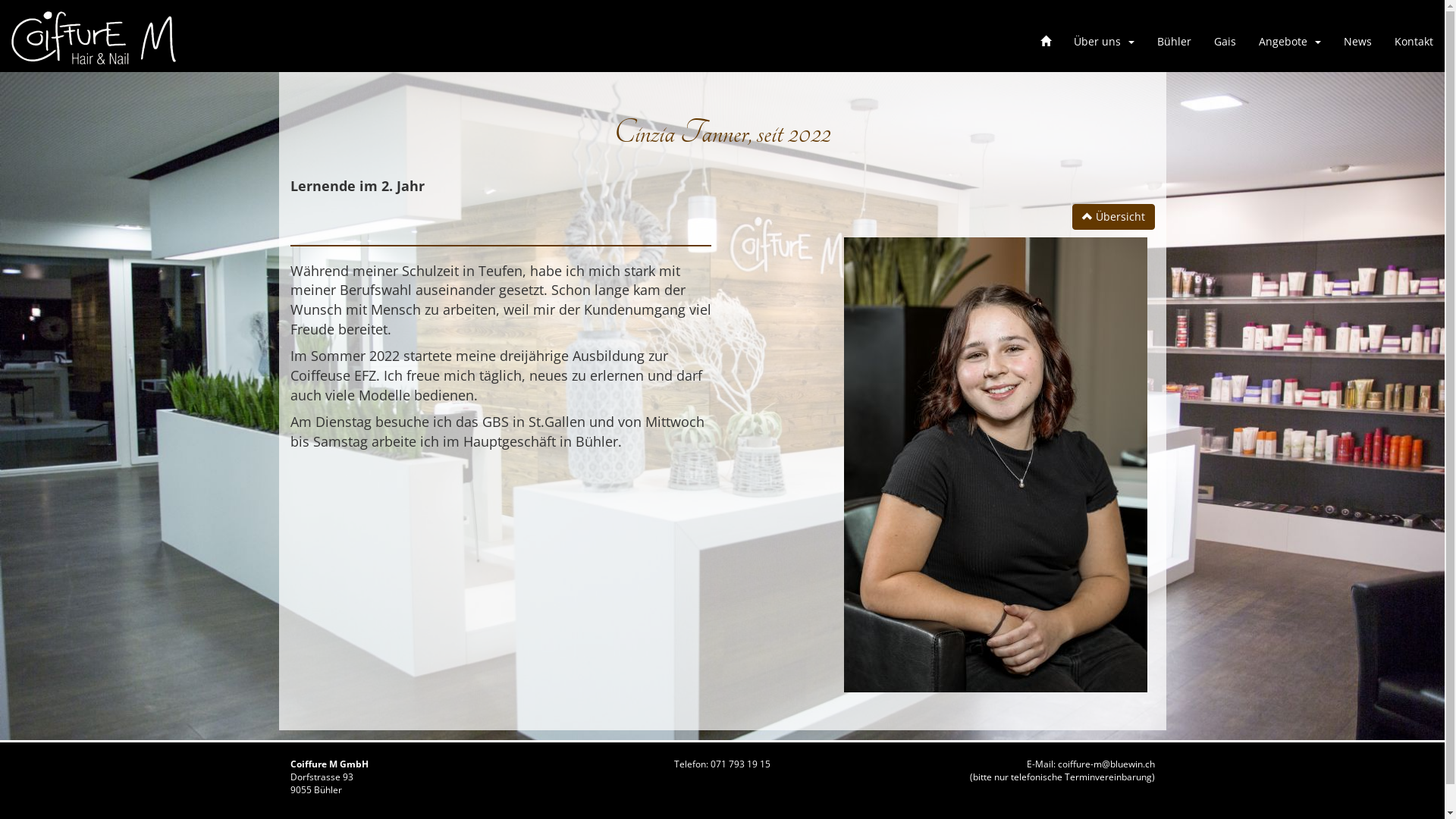  I want to click on 'Kontakt', so click(1413, 40).